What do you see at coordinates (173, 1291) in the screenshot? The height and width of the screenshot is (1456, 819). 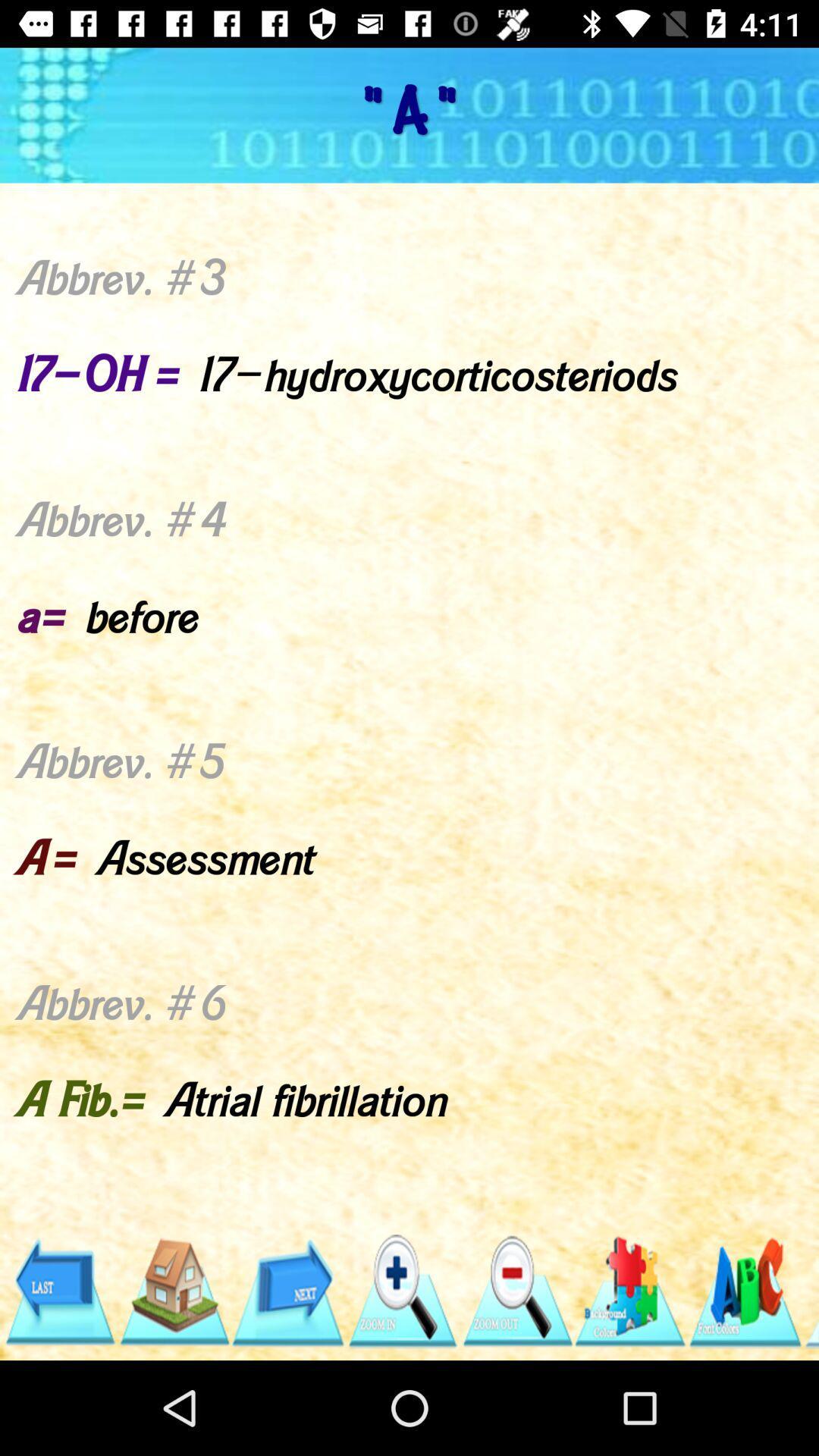 I see `home` at bounding box center [173, 1291].